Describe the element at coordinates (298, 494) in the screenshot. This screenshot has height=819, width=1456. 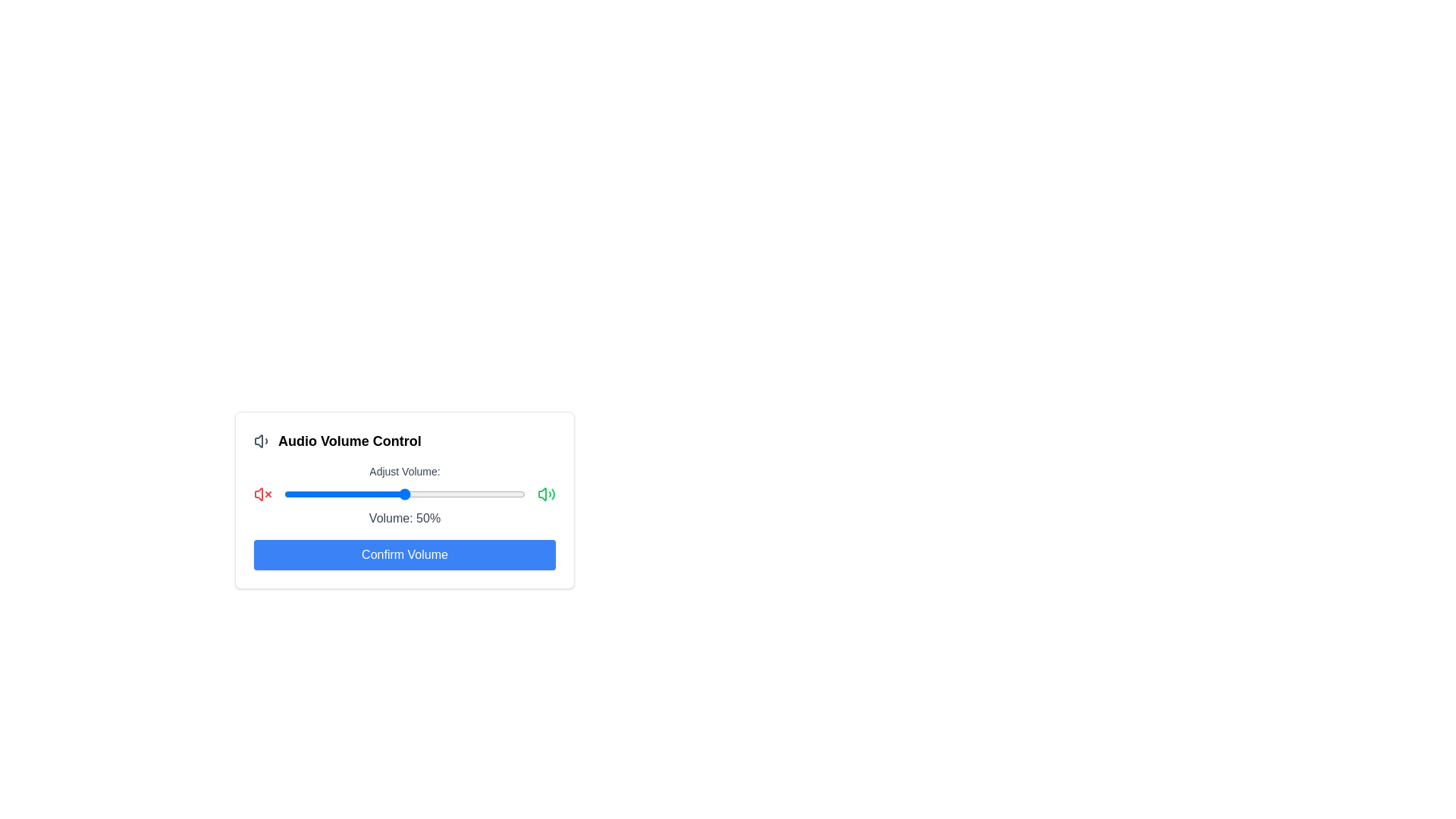
I see `the volume slider to 6%` at that location.